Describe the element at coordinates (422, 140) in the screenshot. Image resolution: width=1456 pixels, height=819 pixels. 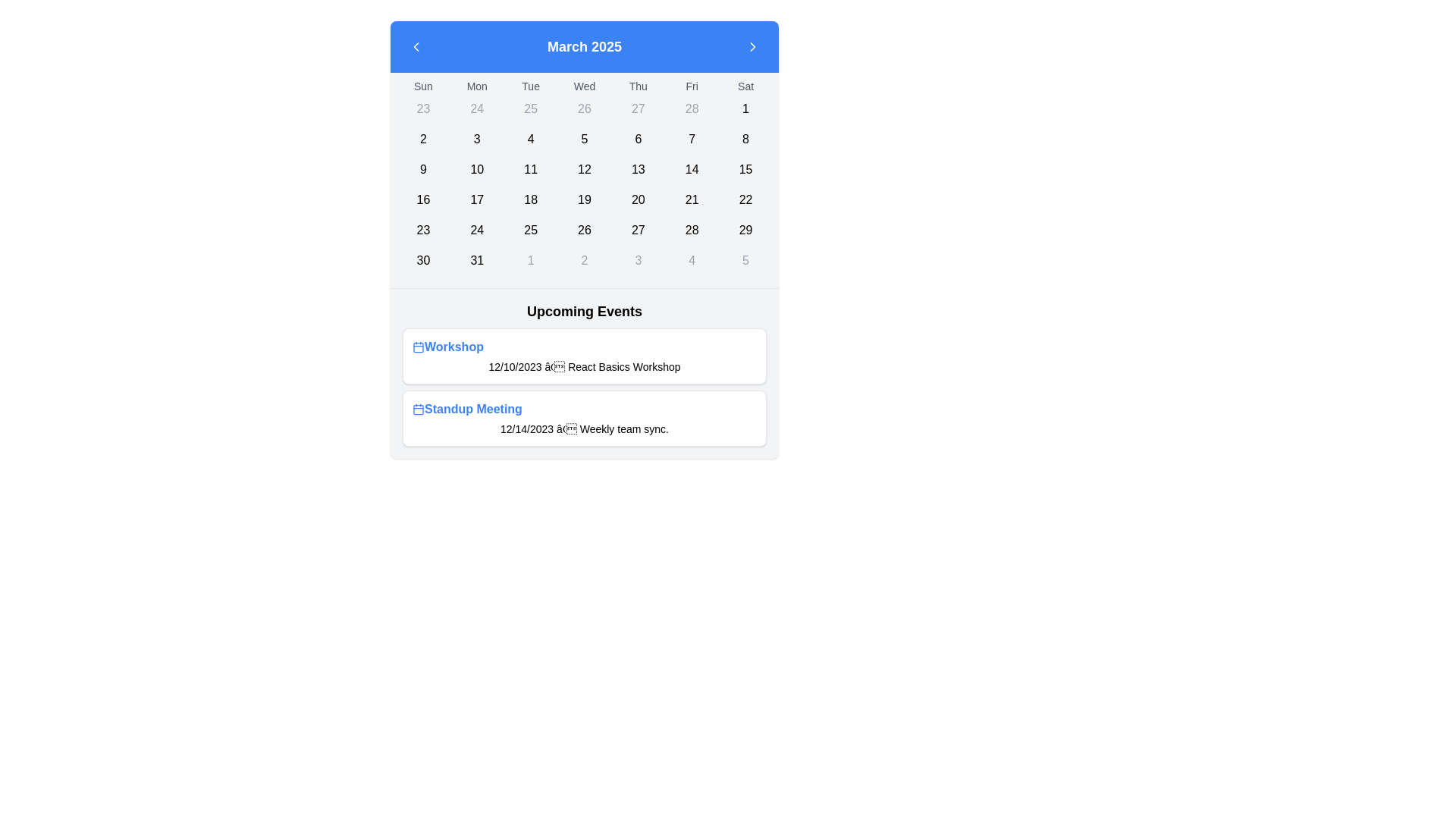
I see `the calendar day button located in the second cell of the second row, directly below the header 'Sun', next to numbers '1' and '3'` at that location.